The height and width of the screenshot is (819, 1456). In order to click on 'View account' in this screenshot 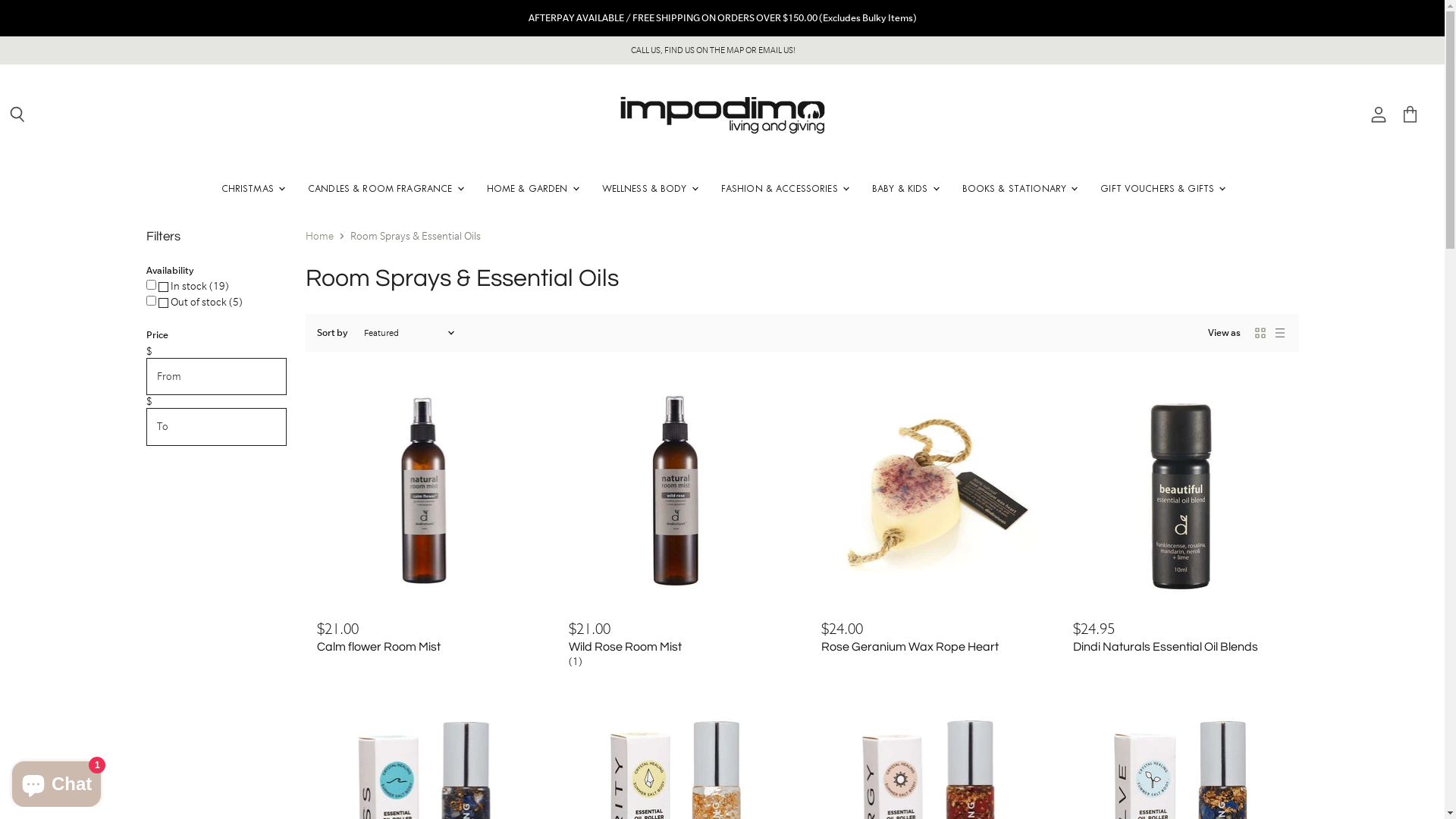, I will do `click(1379, 114)`.